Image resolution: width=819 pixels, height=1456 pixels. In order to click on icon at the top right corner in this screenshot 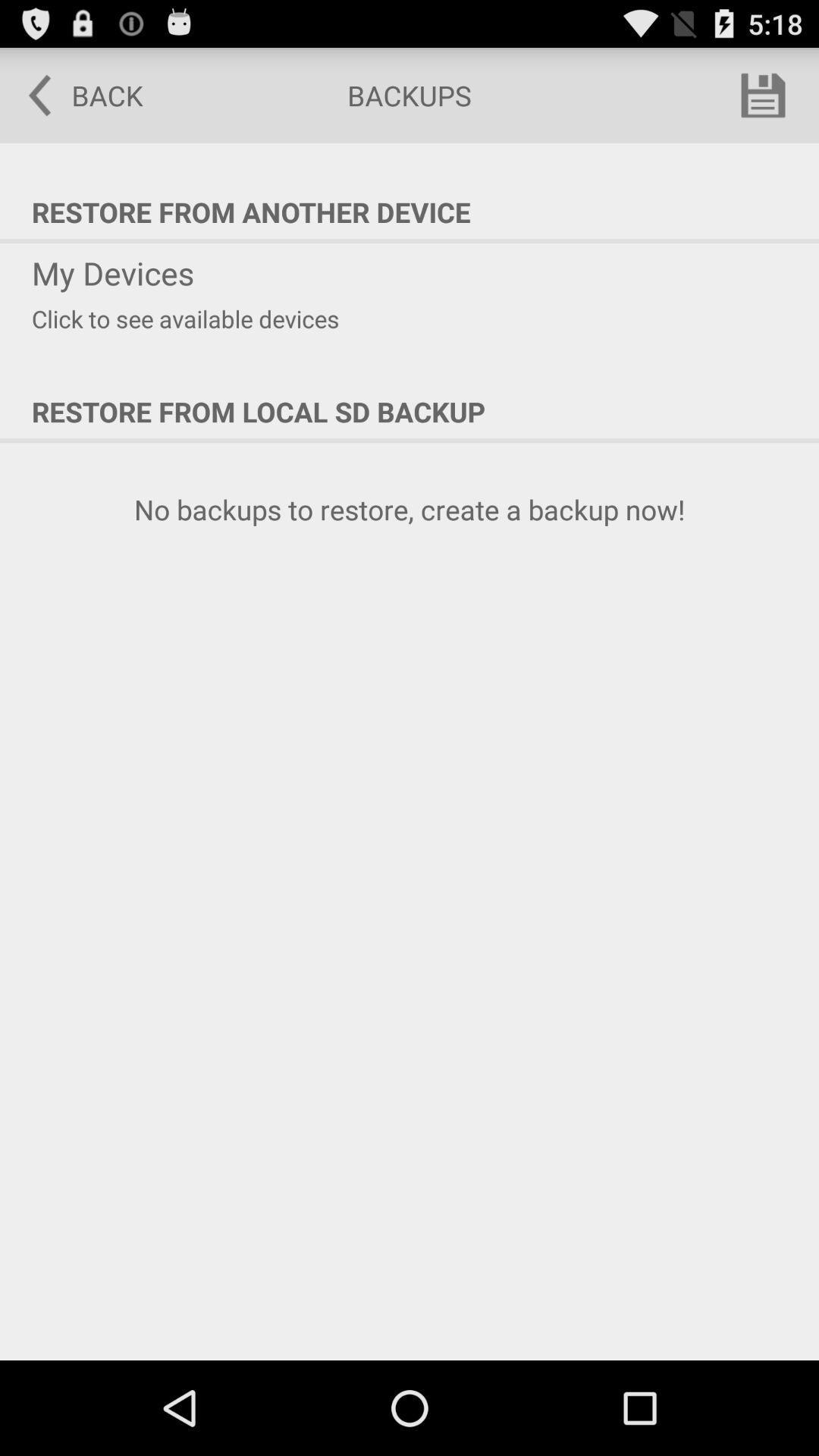, I will do `click(763, 94)`.